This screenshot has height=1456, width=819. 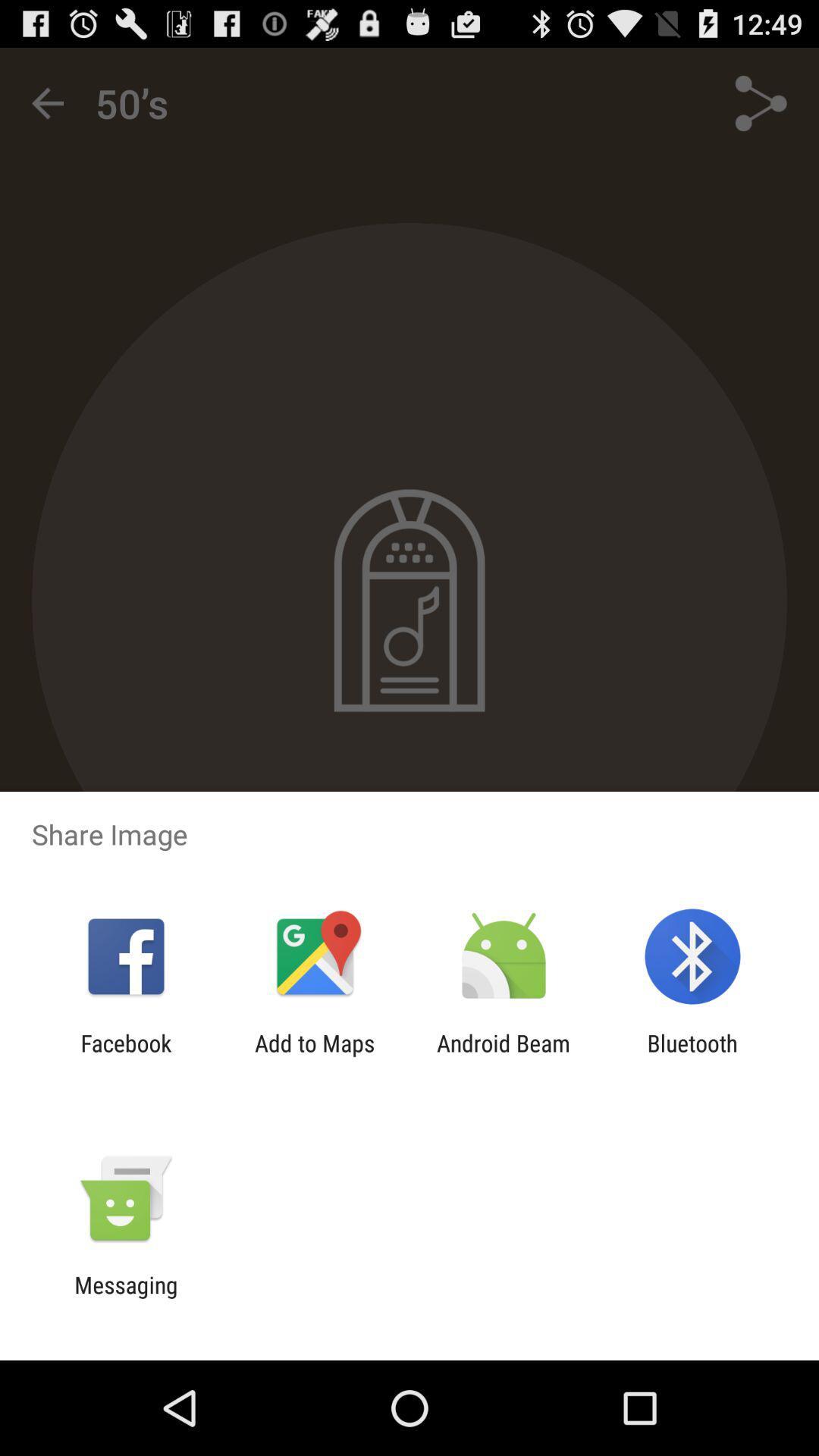 What do you see at coordinates (314, 1056) in the screenshot?
I see `the item next to android beam` at bounding box center [314, 1056].